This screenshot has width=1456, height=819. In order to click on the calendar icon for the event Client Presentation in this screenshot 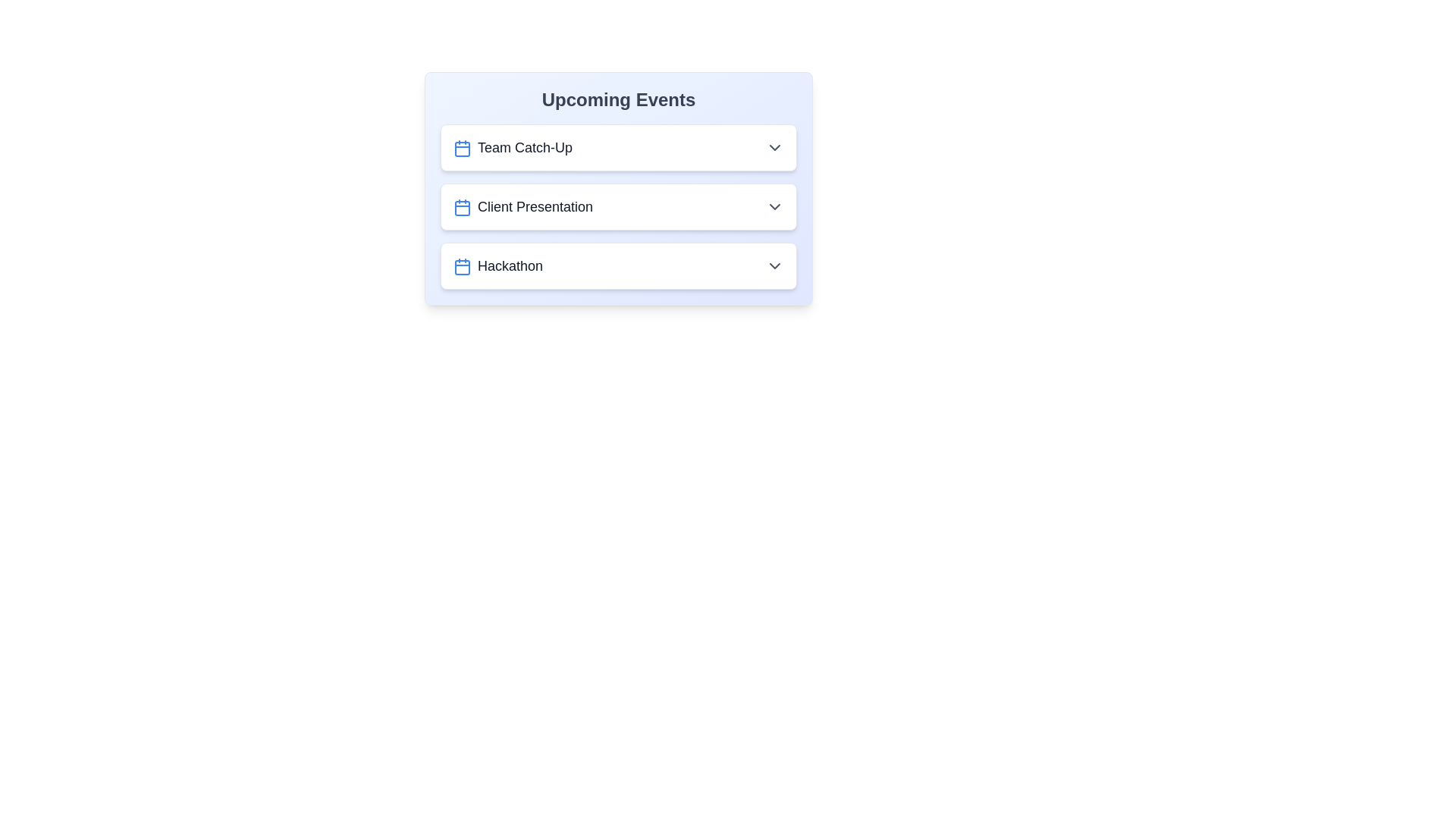, I will do `click(461, 208)`.